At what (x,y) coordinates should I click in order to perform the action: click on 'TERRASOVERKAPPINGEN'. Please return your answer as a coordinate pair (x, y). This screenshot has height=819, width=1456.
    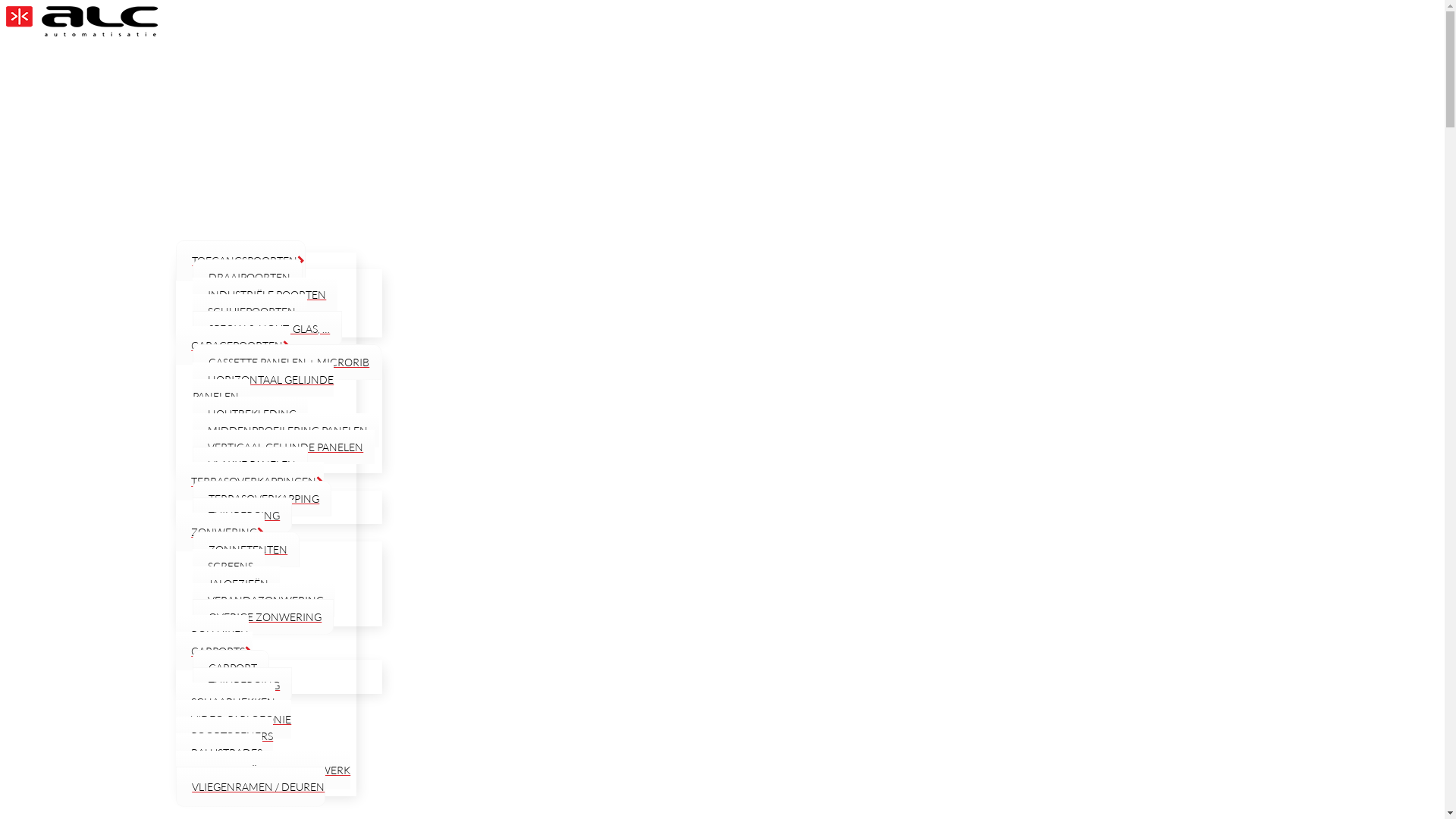
    Looking at the image, I should click on (175, 481).